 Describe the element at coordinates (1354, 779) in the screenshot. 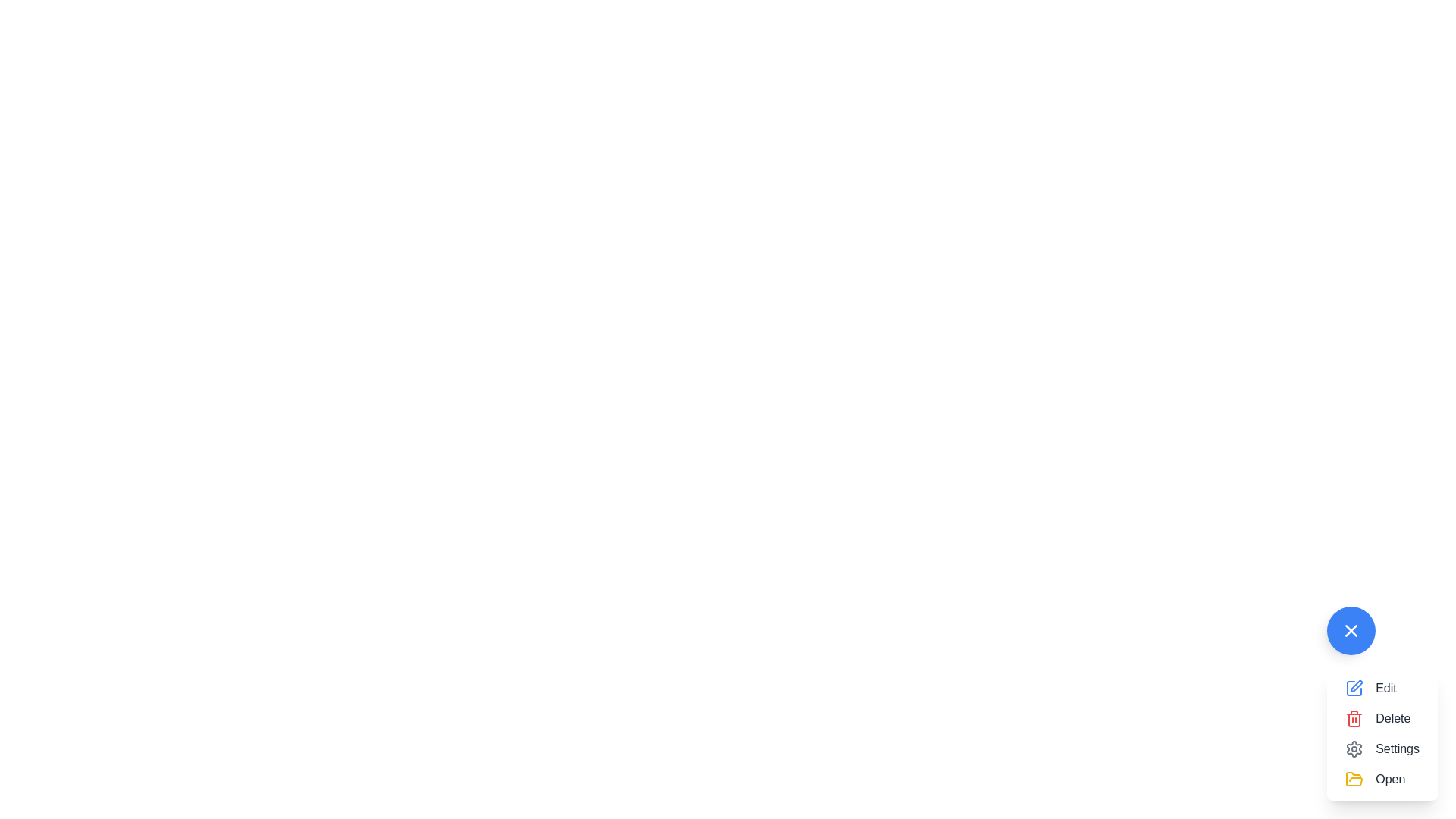

I see `the yellow minimalistic folder icon located near the bottom-right corner of the interface, above the menu options` at that location.